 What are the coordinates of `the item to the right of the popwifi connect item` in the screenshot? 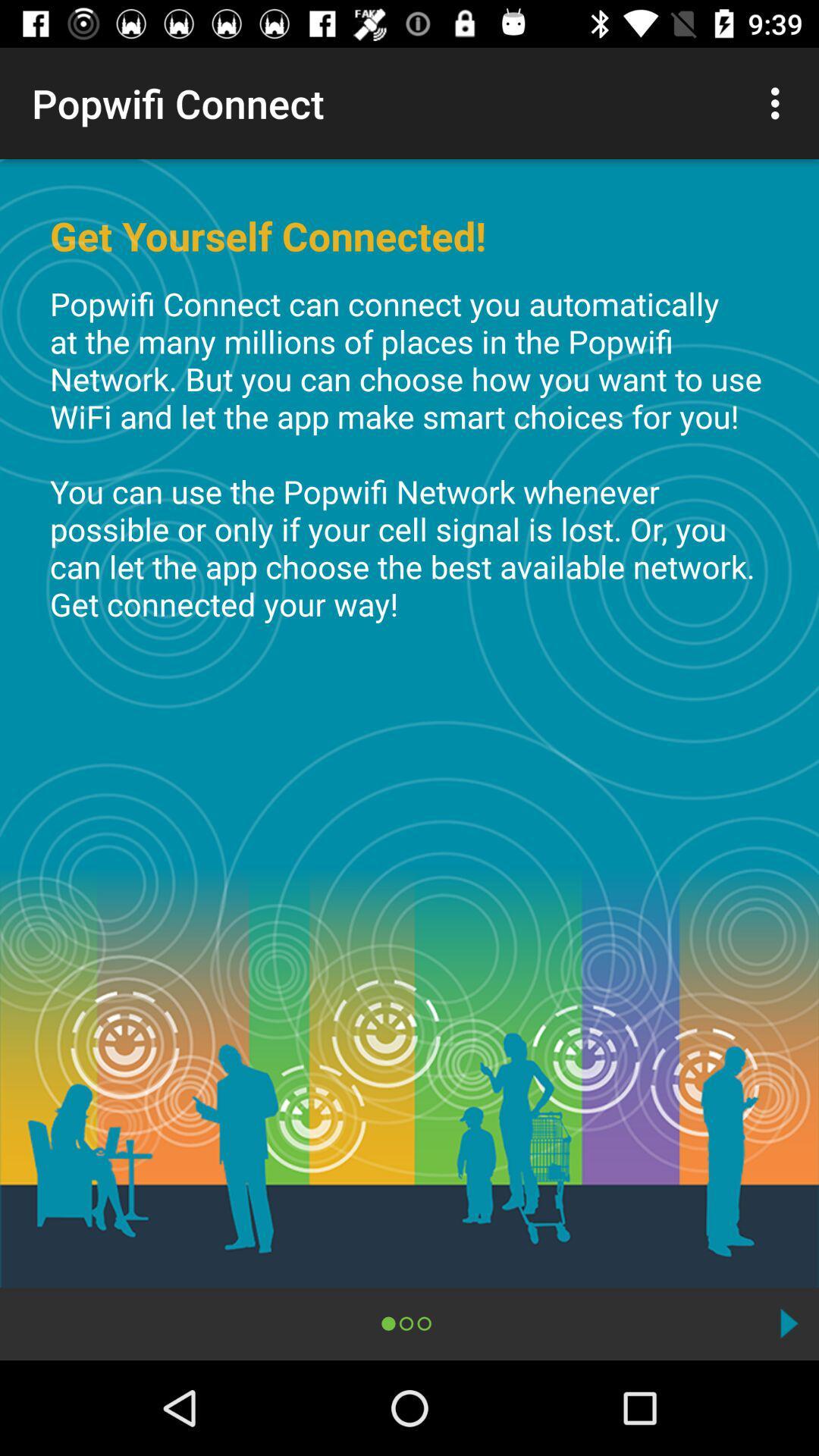 It's located at (779, 102).